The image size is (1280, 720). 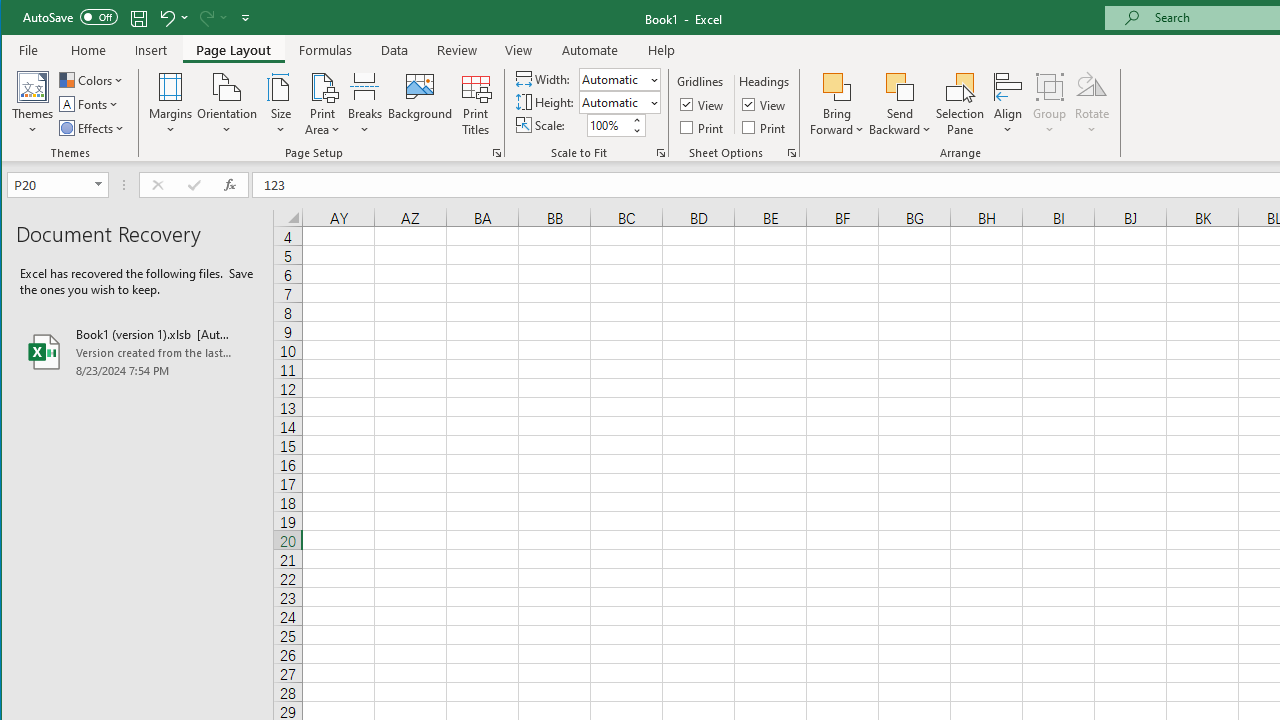 What do you see at coordinates (49, 184) in the screenshot?
I see `'Name Box'` at bounding box center [49, 184].